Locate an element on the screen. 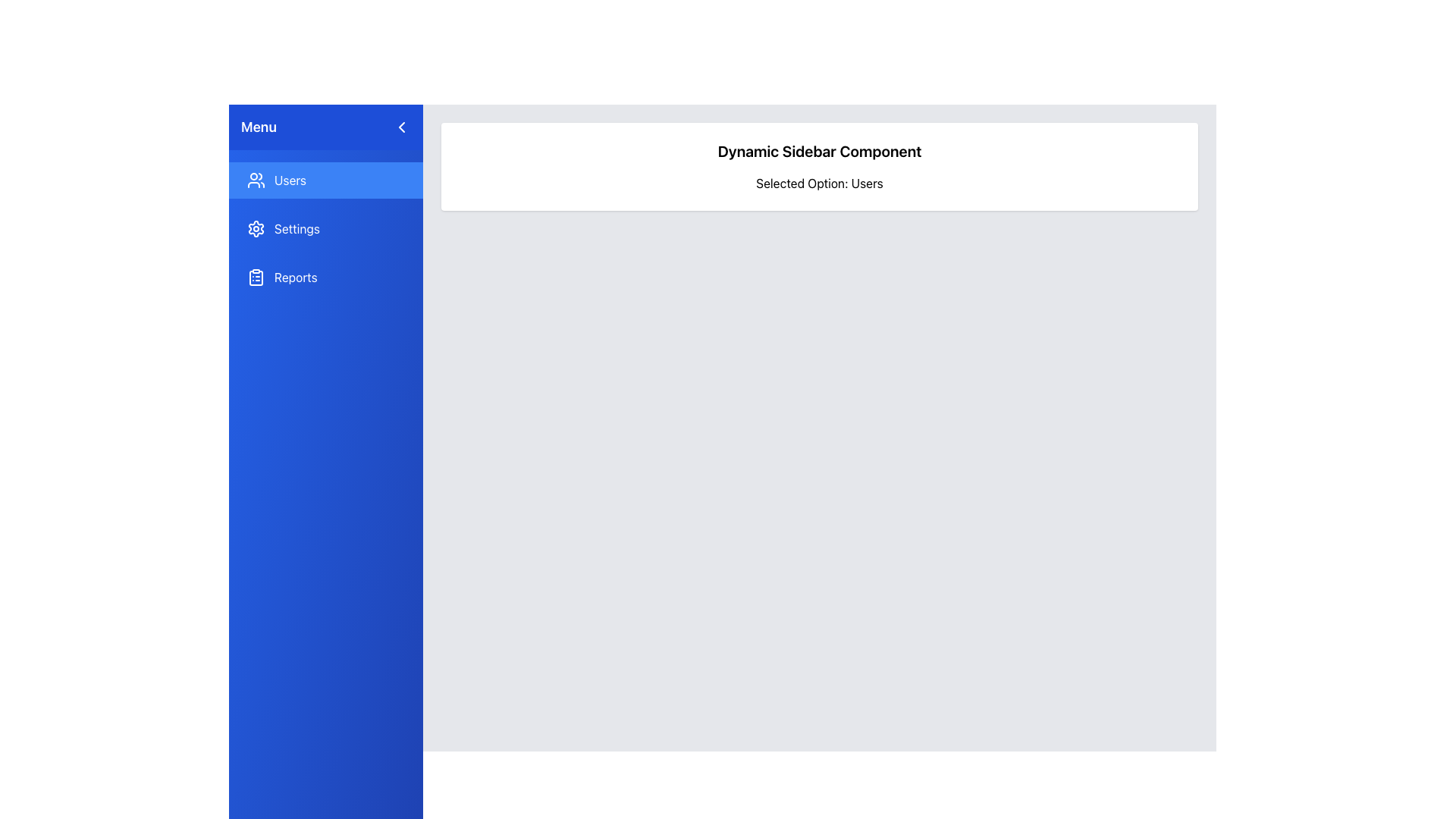 The image size is (1456, 819). the clipboard icon with a checklist design, located to the left of the 'Reports' text is located at coordinates (256, 278).